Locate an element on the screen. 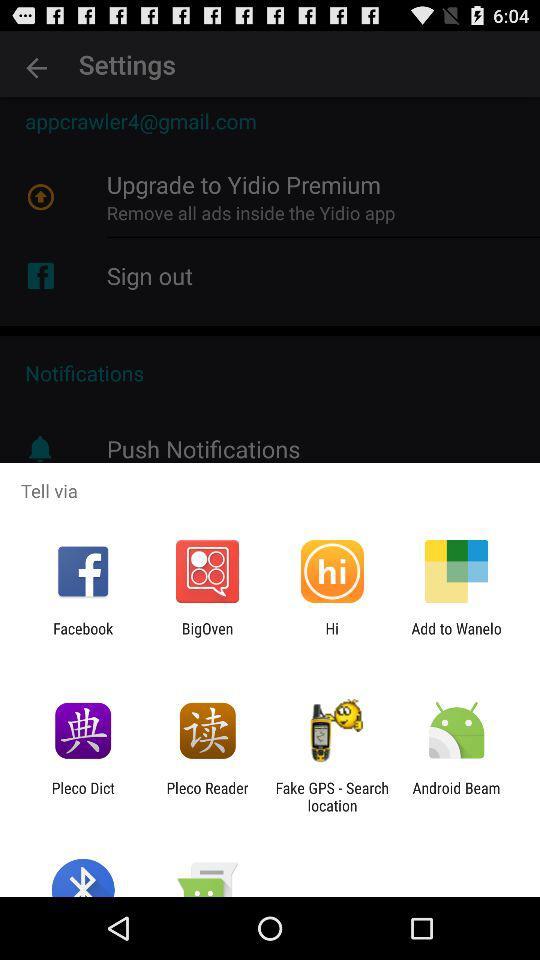  app next to android beam item is located at coordinates (332, 796).